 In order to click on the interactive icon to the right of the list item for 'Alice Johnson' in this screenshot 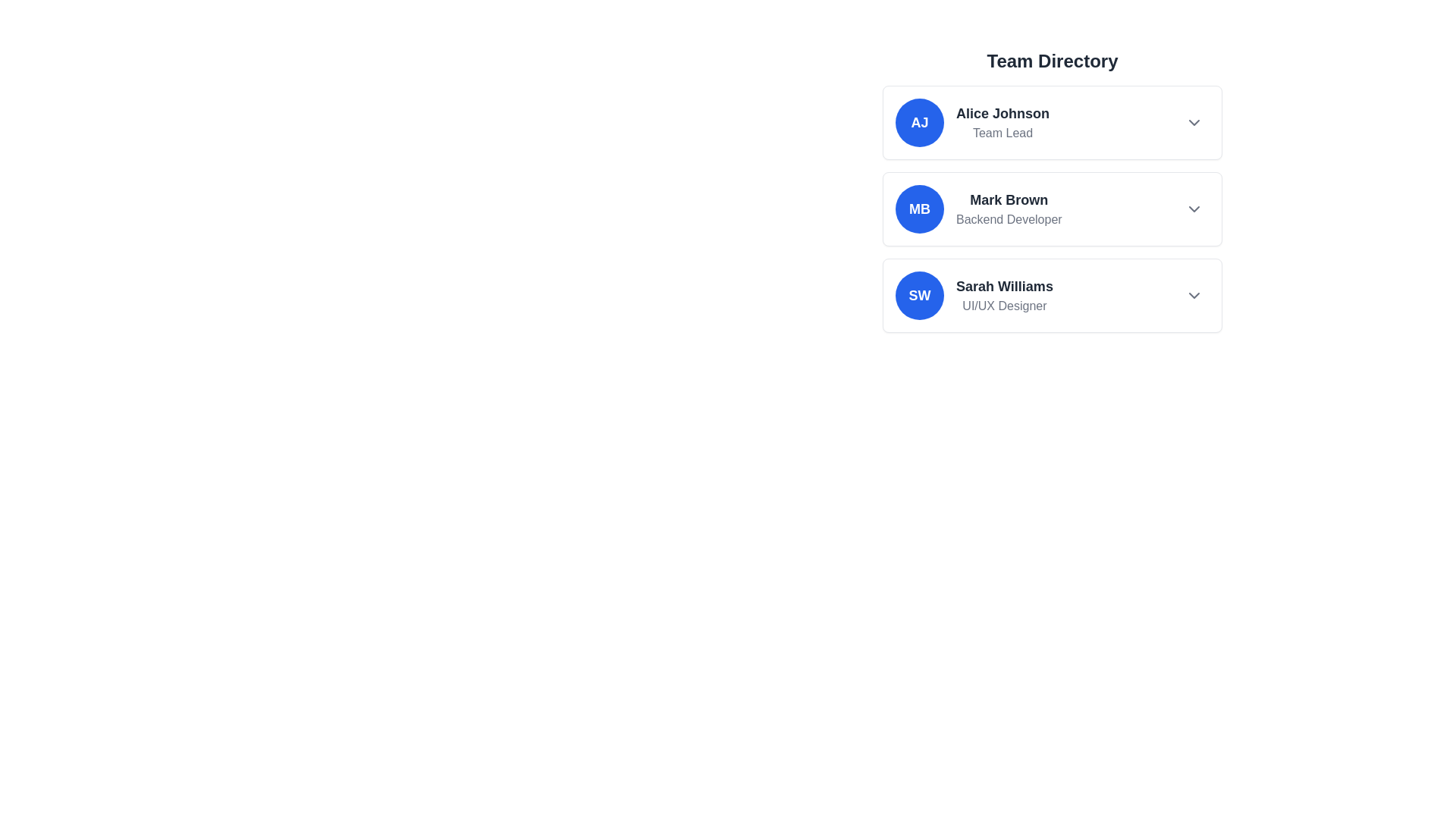, I will do `click(1193, 122)`.